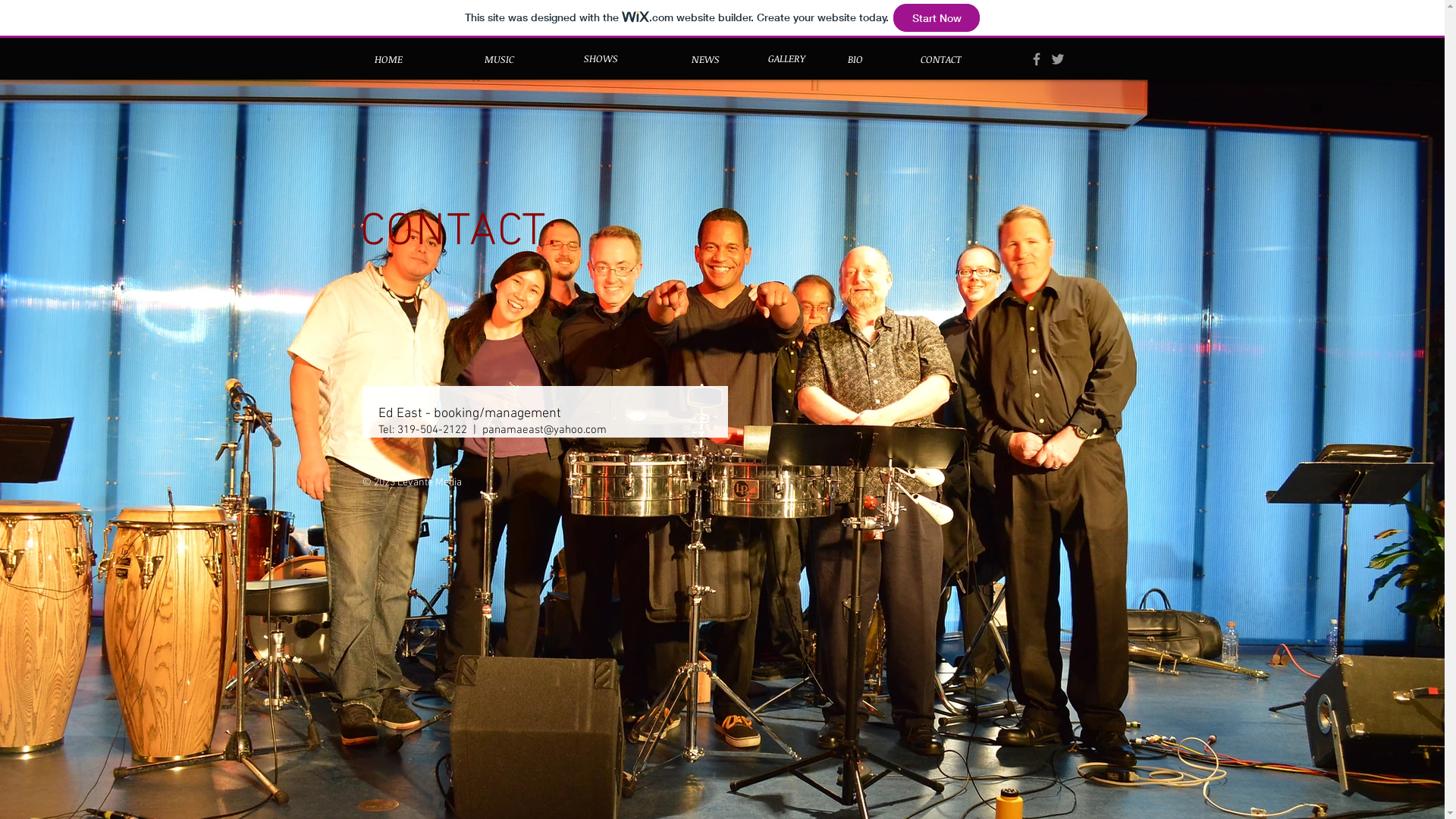 The image size is (1456, 819). I want to click on 'MUSIC', so click(466, 58).